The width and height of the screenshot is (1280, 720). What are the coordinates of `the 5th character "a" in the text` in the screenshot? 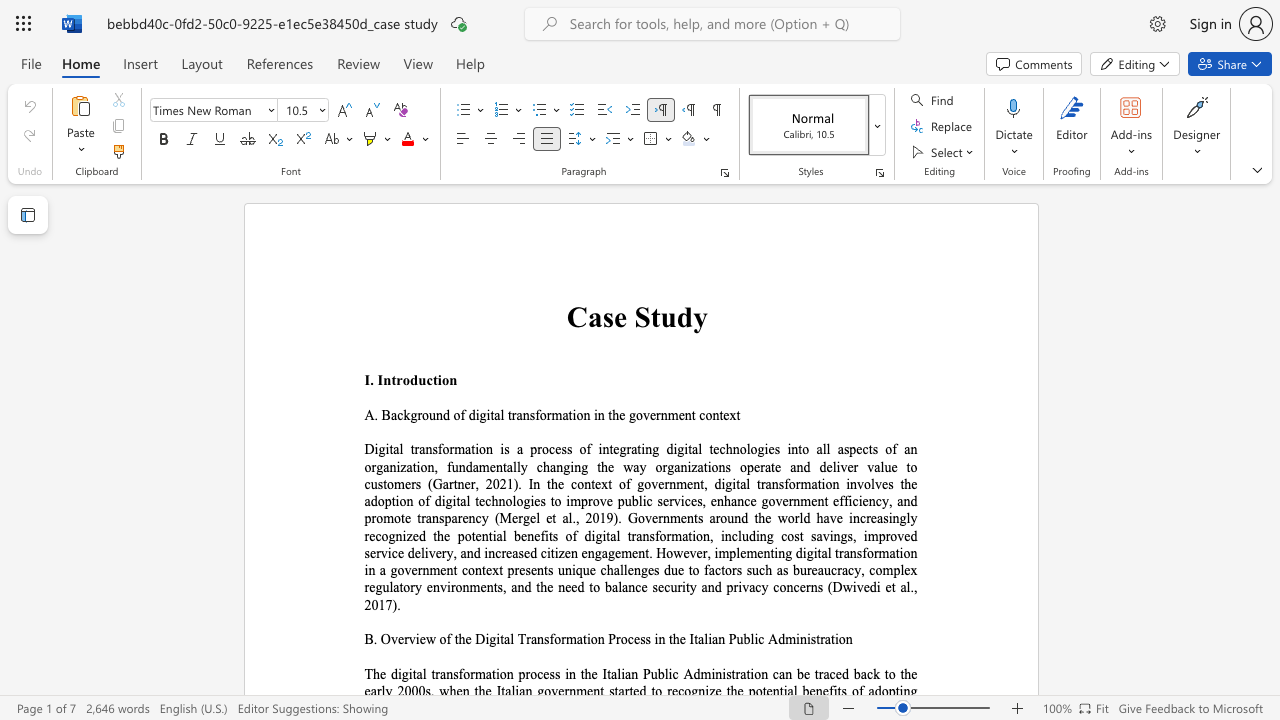 It's located at (633, 448).